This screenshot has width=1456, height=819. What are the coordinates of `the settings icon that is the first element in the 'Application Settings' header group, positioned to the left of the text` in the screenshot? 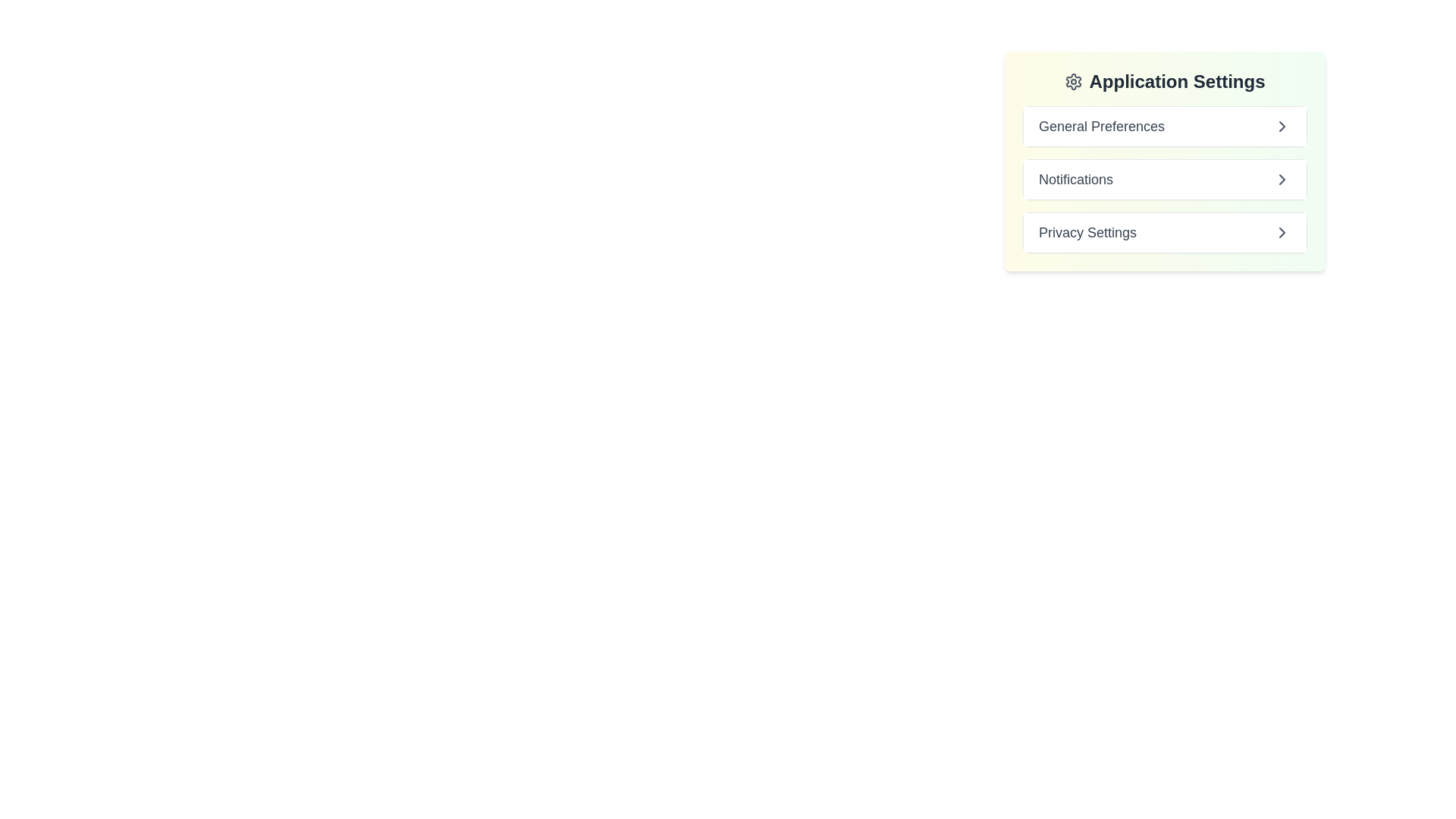 It's located at (1073, 82).